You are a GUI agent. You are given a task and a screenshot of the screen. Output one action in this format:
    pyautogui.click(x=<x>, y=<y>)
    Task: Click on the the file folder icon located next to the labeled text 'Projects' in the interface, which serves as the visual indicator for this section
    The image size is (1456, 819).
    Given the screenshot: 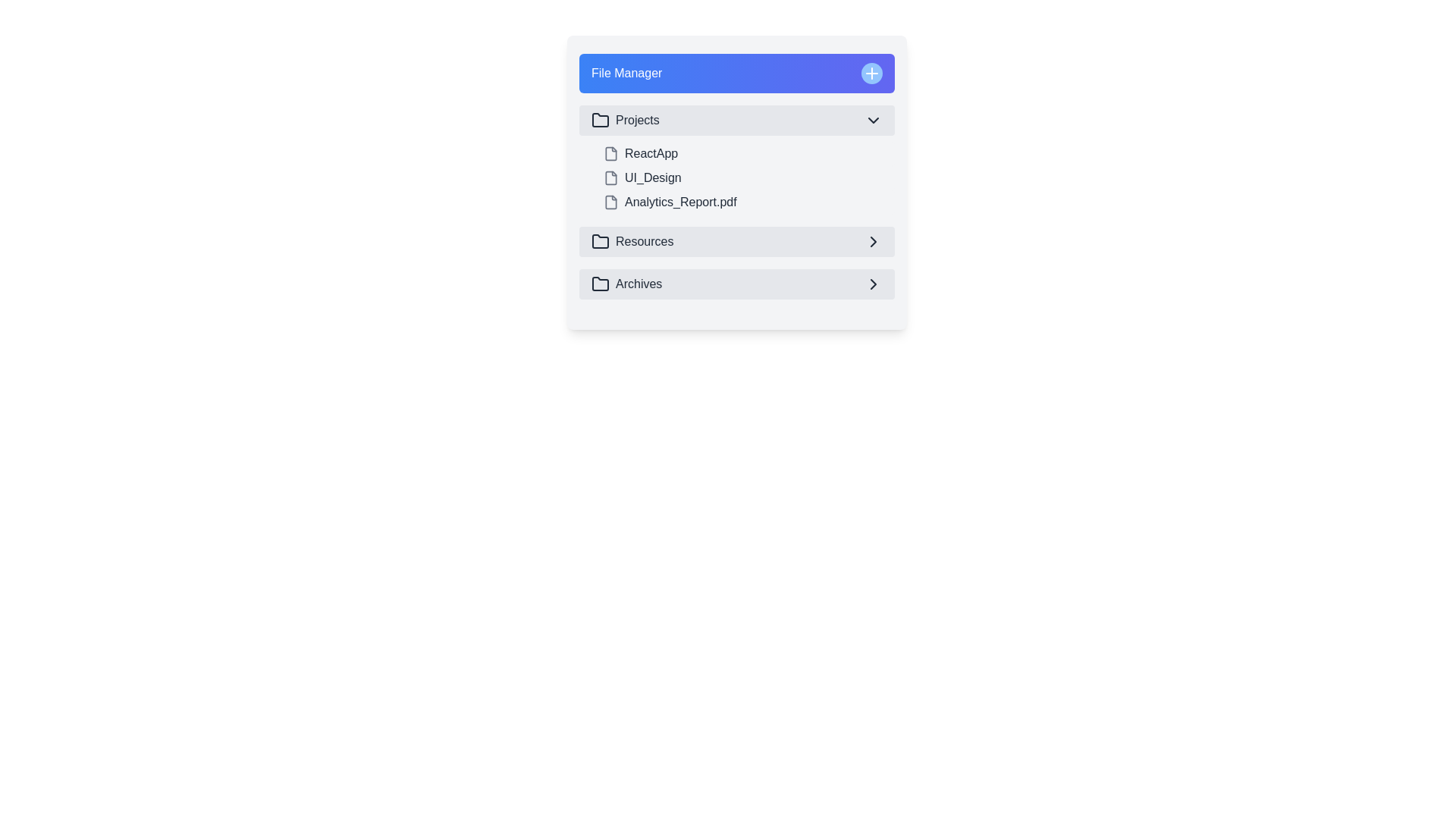 What is the action you would take?
    pyautogui.click(x=600, y=119)
    